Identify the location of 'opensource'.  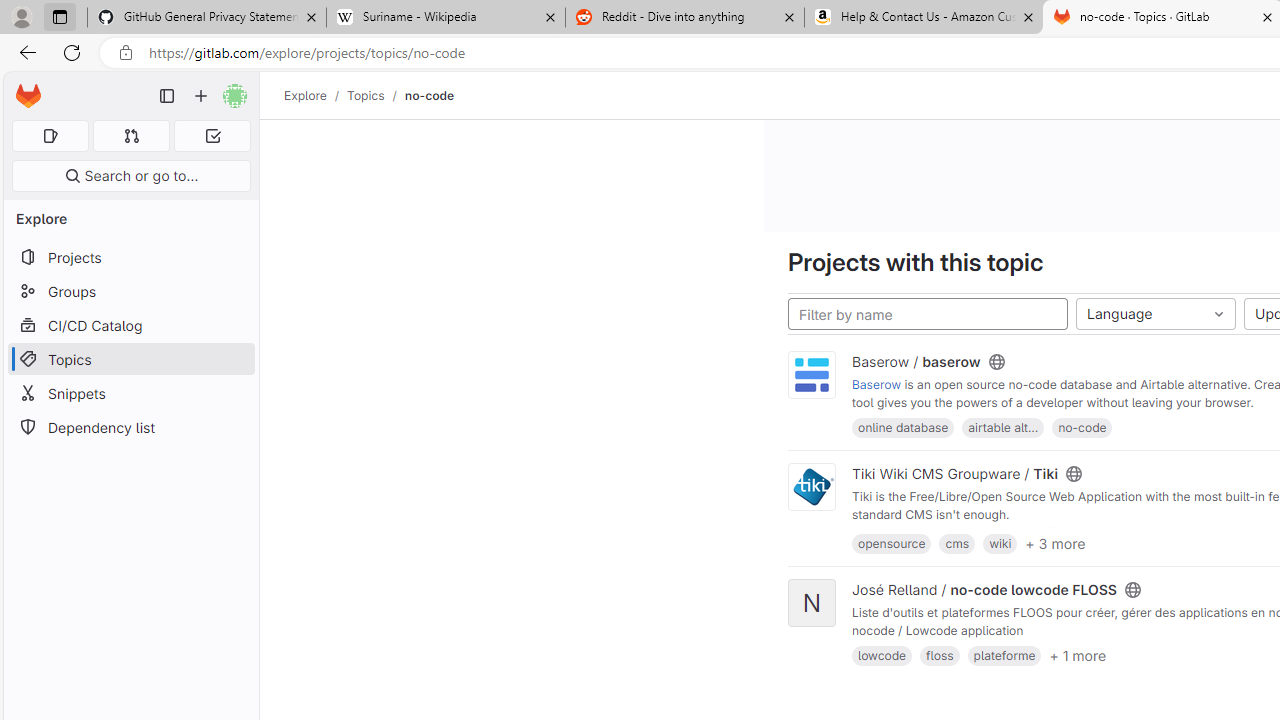
(890, 543).